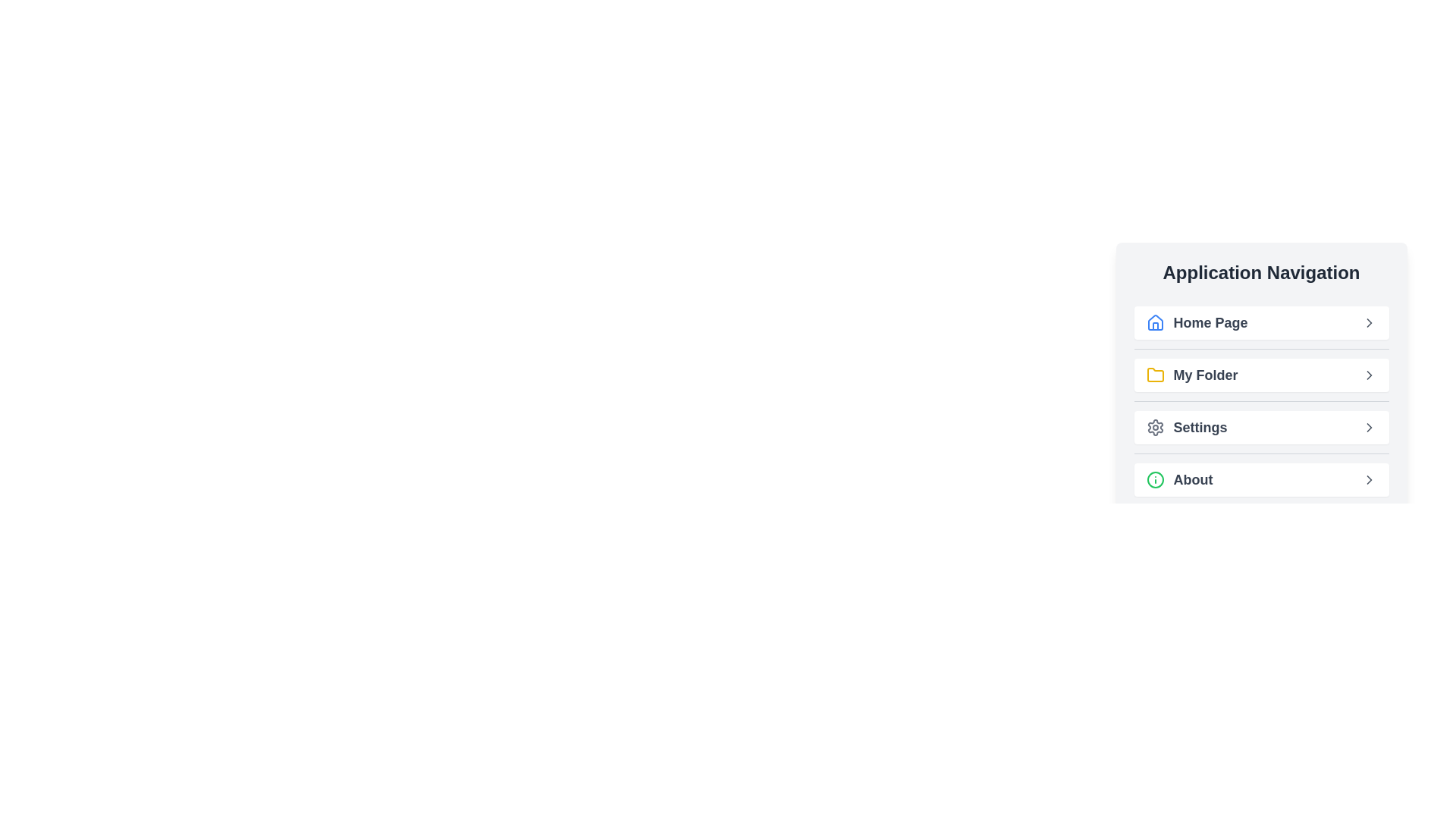 The width and height of the screenshot is (1456, 819). I want to click on the icon representing the 'About' section in the bottom section of the sidebar navigation menu, so click(1154, 479).